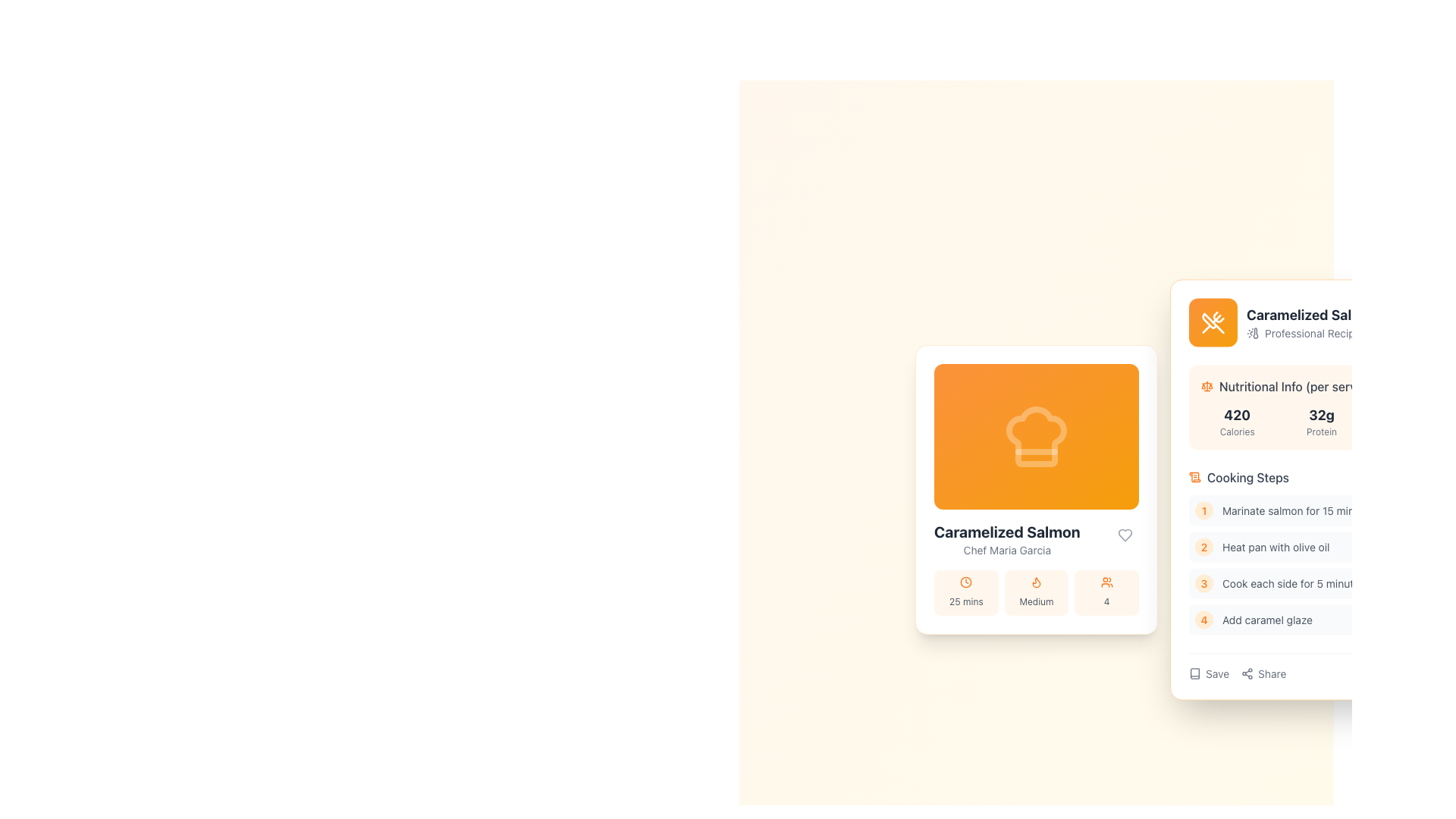 This screenshot has height=819, width=1456. Describe the element at coordinates (1320, 431) in the screenshot. I see `the text label indicating the protein content, which is located immediately below the '32g' value in the nutritional information panel on the recipe card` at that location.